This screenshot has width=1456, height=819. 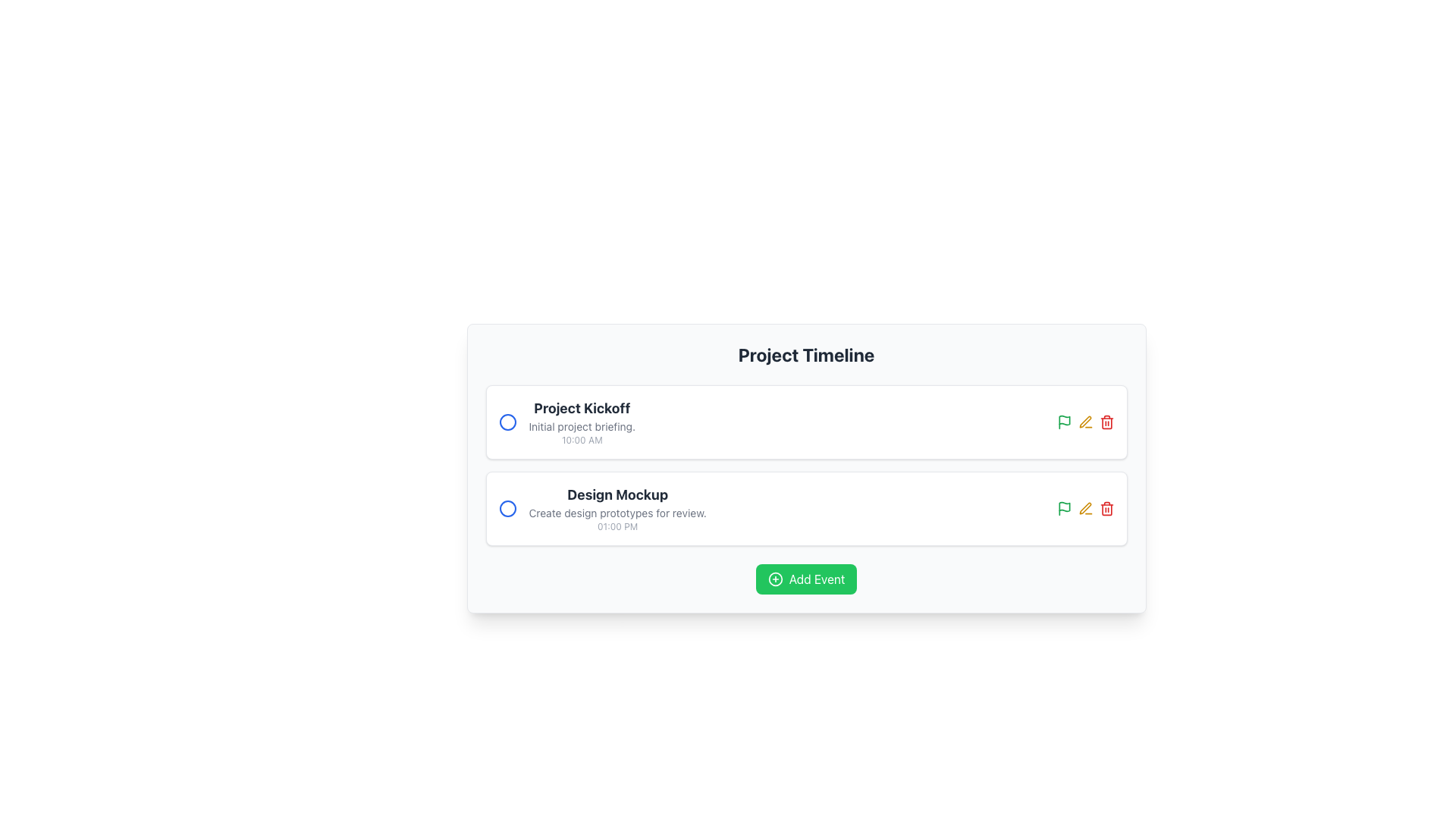 I want to click on the green flag icon located at the top-right area of the event details card, so click(x=1063, y=509).